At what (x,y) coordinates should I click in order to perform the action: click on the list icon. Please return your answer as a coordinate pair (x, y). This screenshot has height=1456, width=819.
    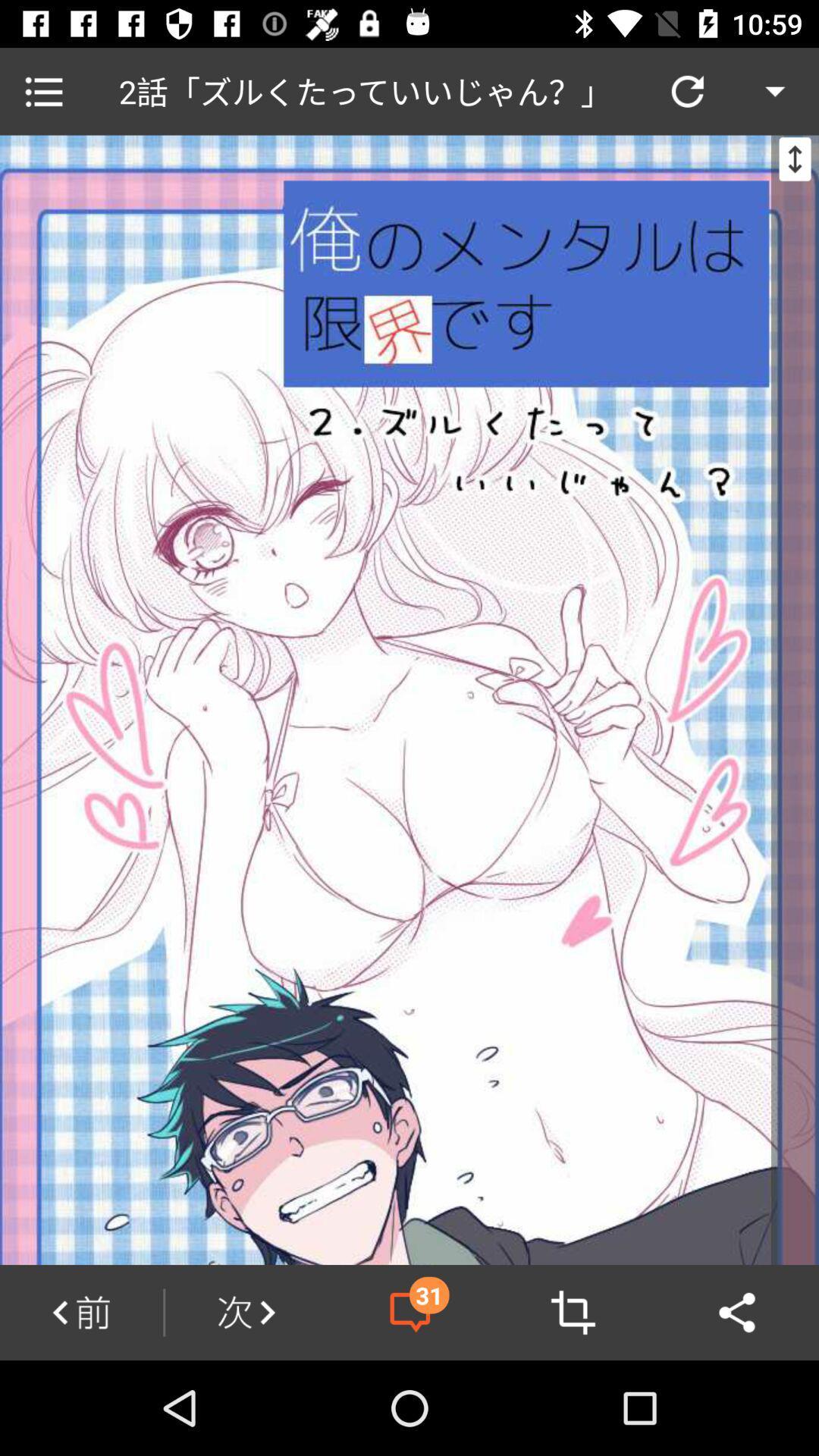
    Looking at the image, I should click on (42, 90).